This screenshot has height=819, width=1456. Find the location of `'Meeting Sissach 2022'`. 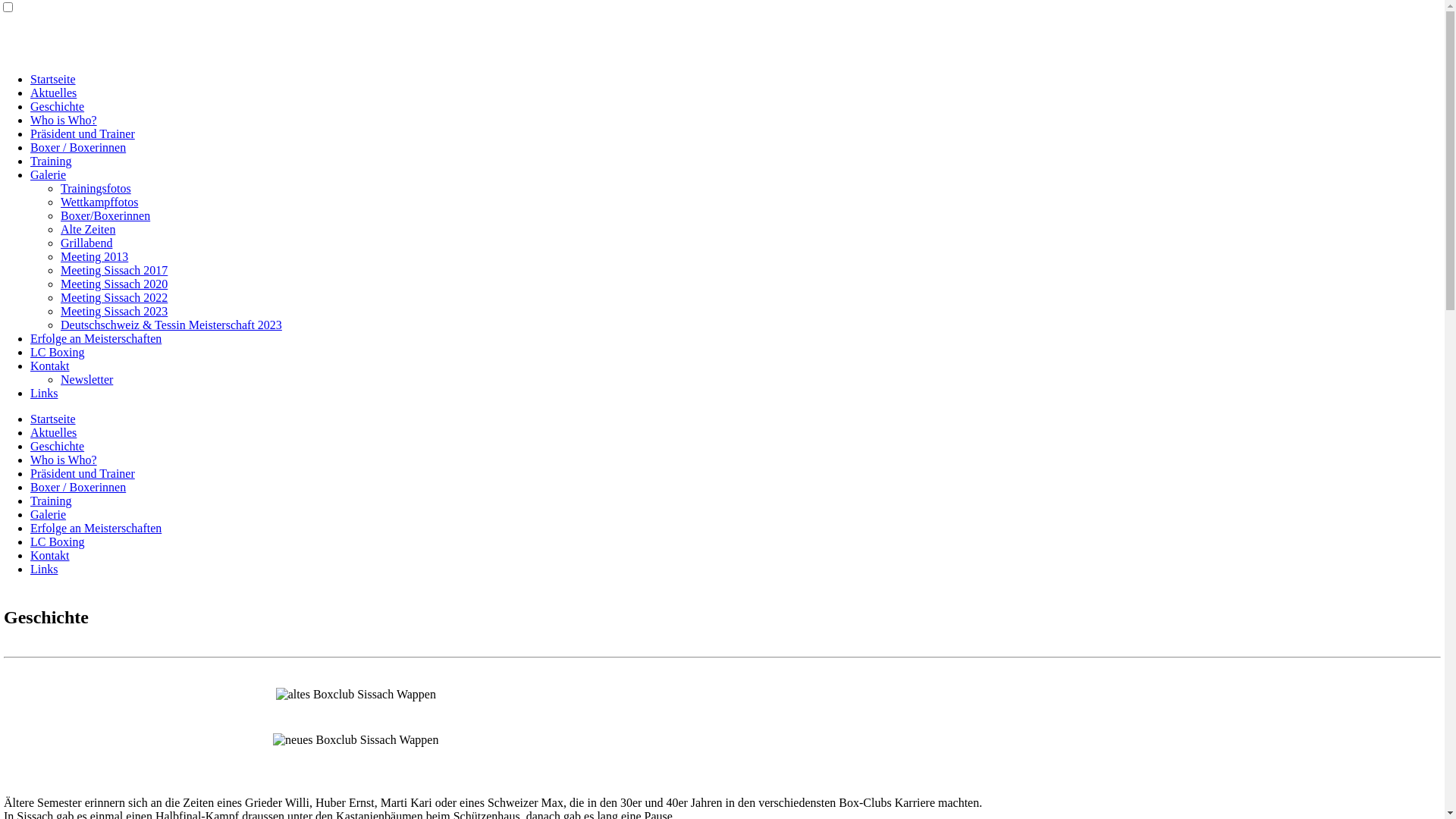

'Meeting Sissach 2022' is located at coordinates (113, 297).